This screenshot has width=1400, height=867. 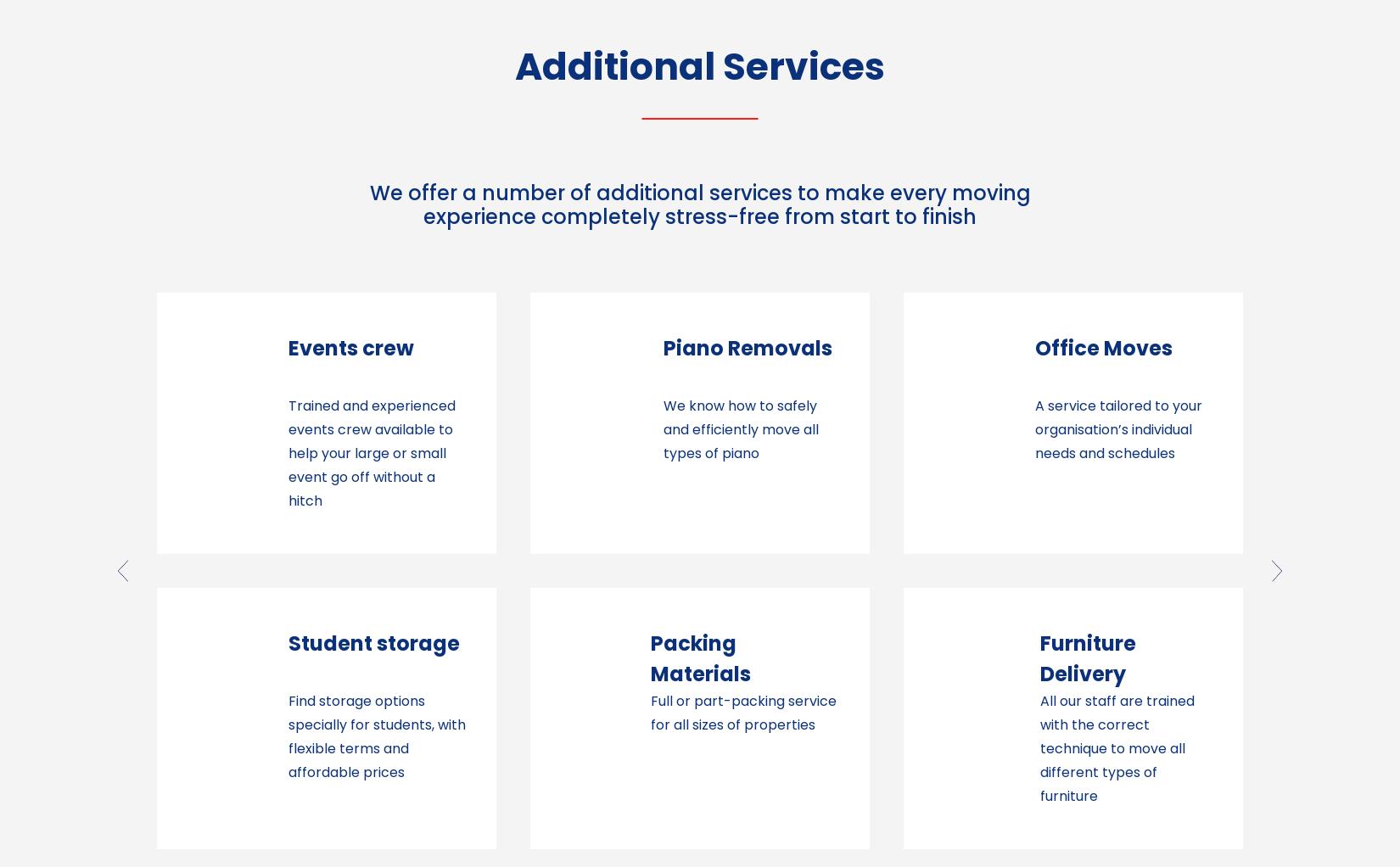 What do you see at coordinates (700, 65) in the screenshot?
I see `'Additional Services'` at bounding box center [700, 65].